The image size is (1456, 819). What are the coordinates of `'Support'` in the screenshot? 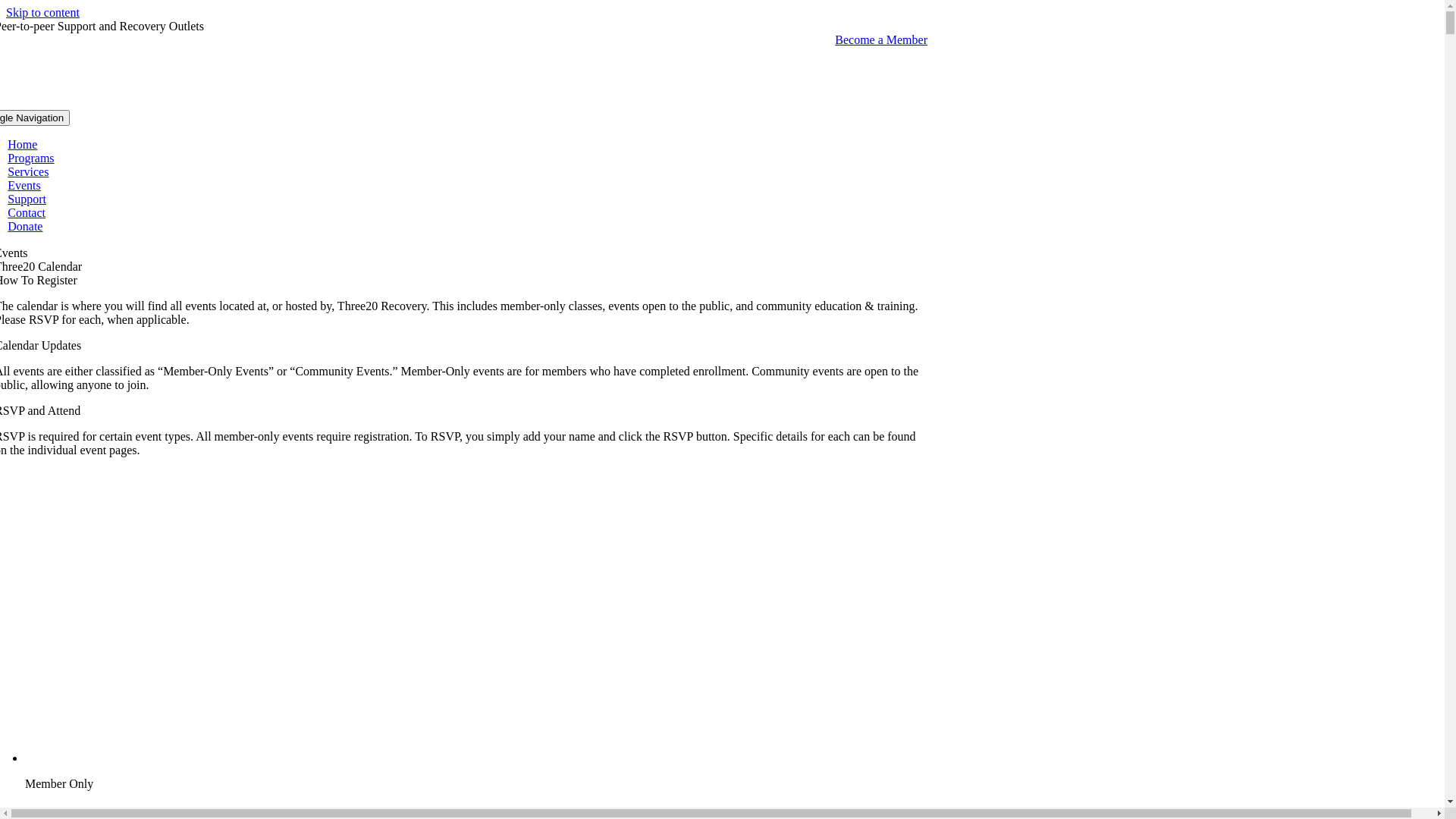 It's located at (27, 198).